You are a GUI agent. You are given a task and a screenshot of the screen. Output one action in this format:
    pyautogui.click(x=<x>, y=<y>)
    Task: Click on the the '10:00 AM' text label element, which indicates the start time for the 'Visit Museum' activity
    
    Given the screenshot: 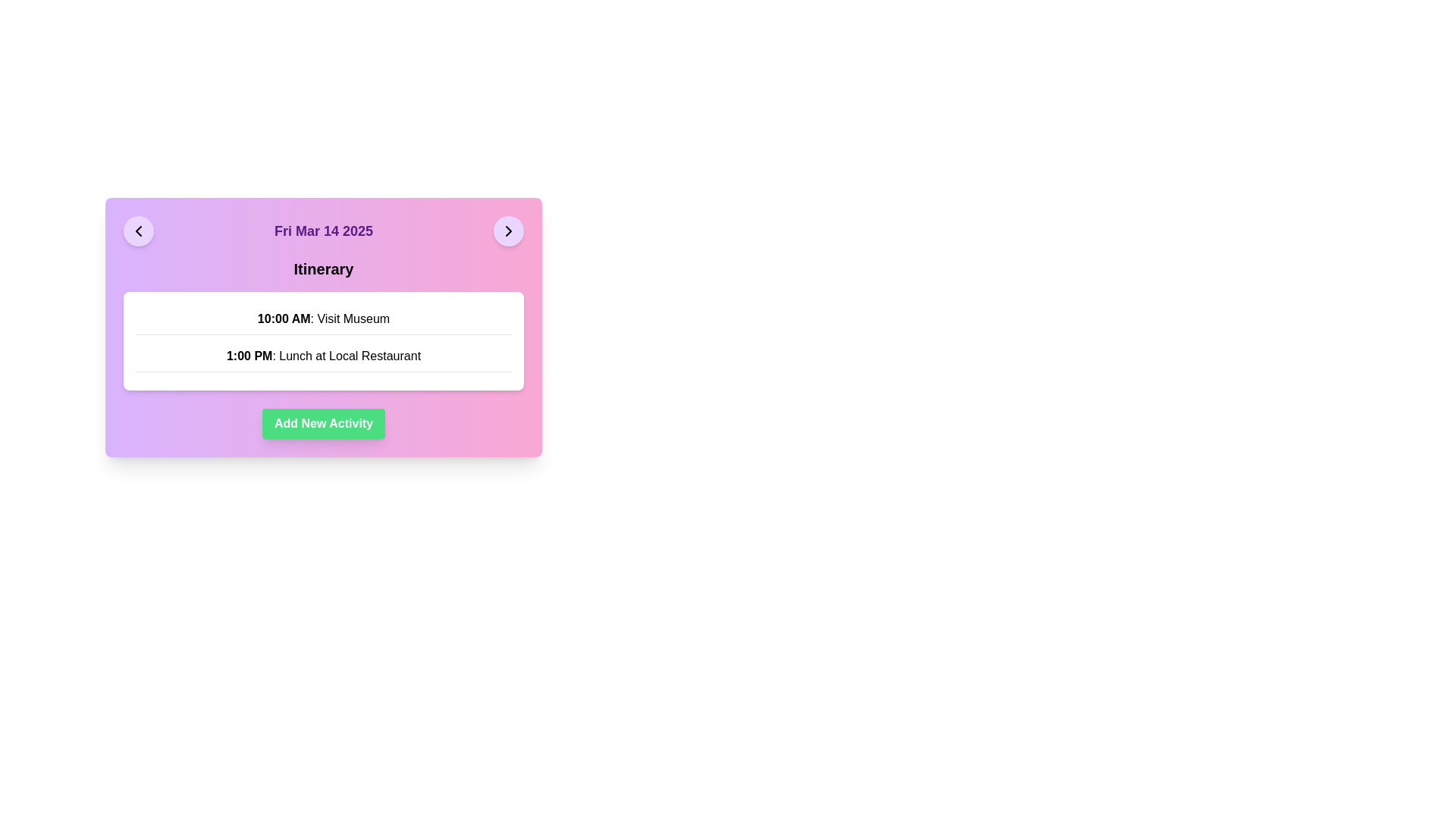 What is the action you would take?
    pyautogui.click(x=284, y=318)
    